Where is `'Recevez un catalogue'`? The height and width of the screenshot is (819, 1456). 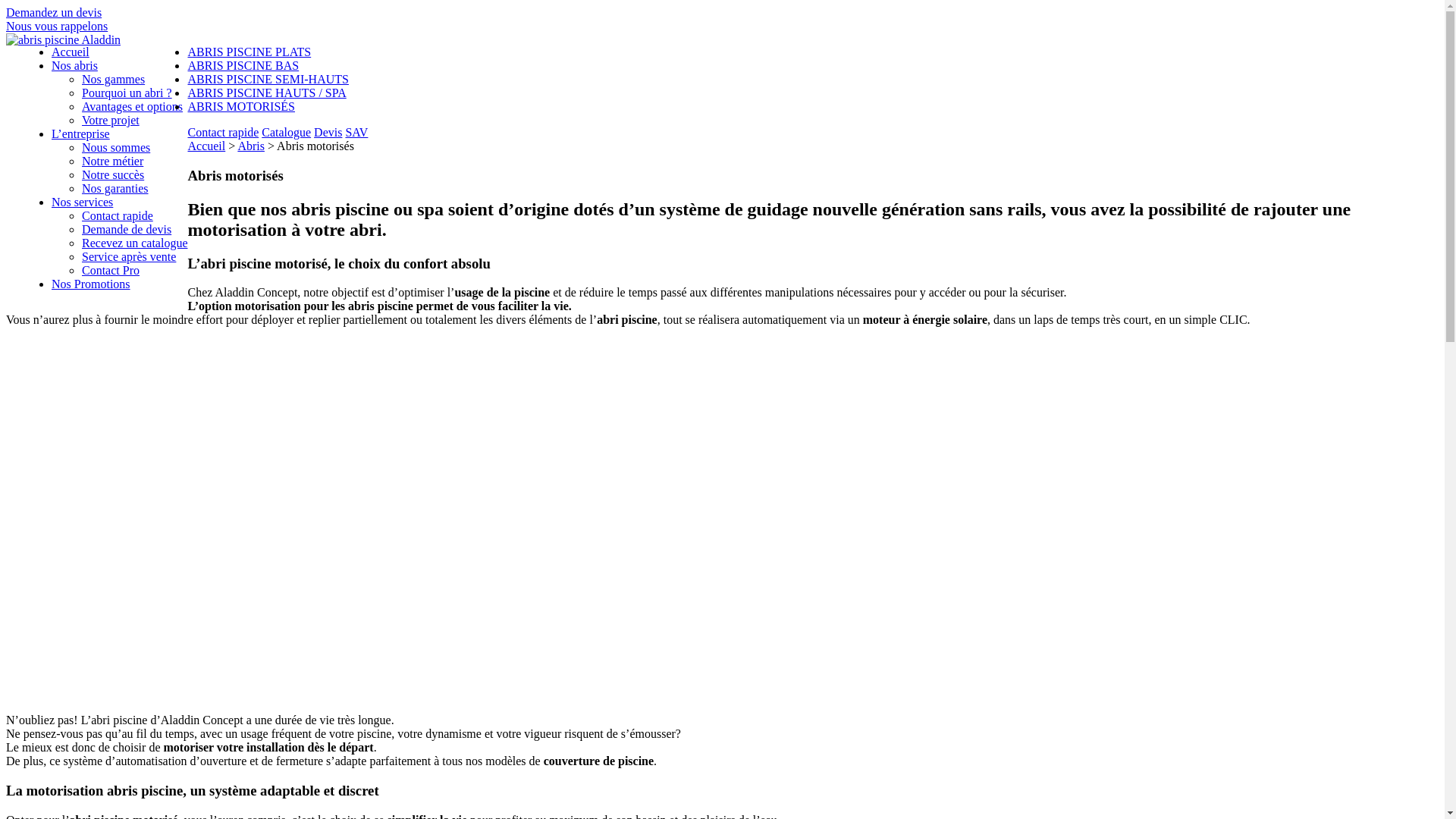
'Recevez un catalogue' is located at coordinates (81, 242).